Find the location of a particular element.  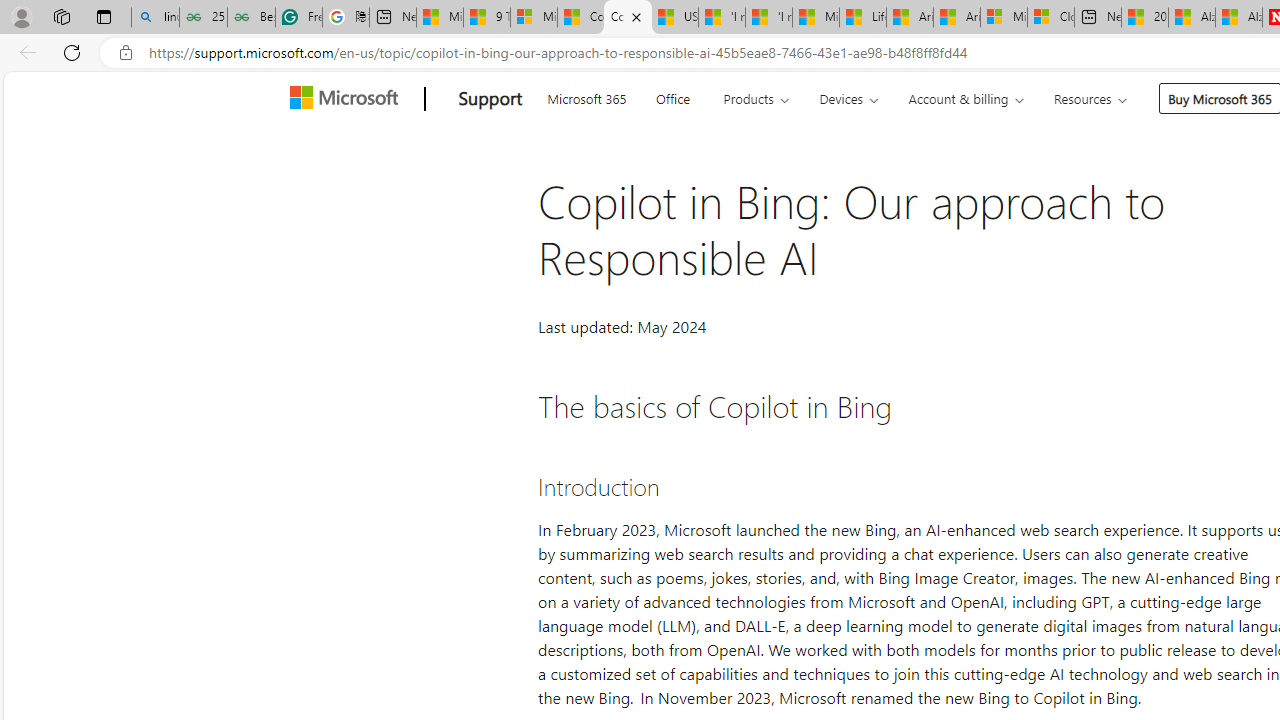

'Lifestyle - MSN' is located at coordinates (862, 17).